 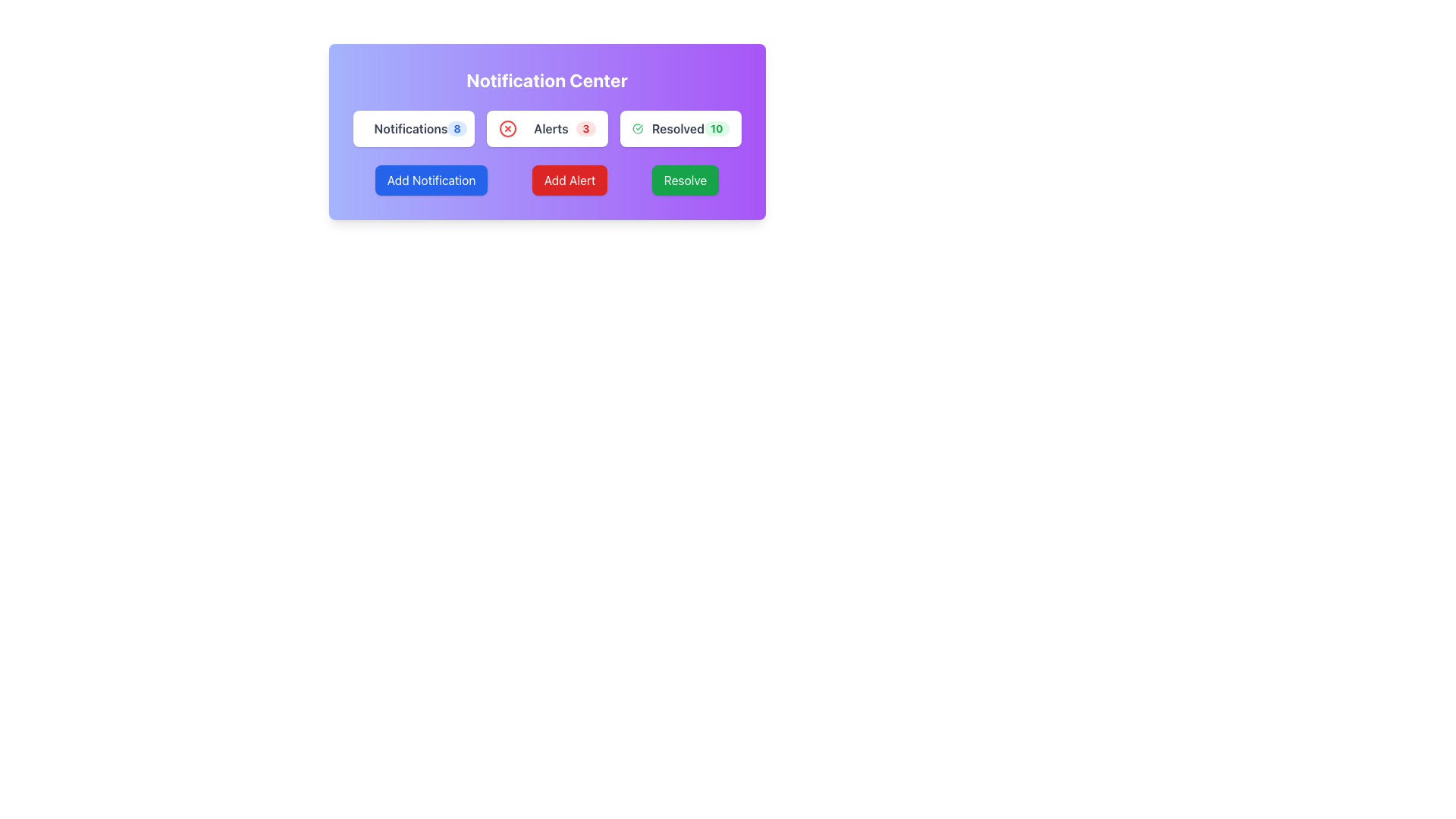 What do you see at coordinates (716, 127) in the screenshot?
I see `the badge UI element displaying the count of resolved items, located to the right of the 'Resolved' text within the 'Resolved' card` at bounding box center [716, 127].